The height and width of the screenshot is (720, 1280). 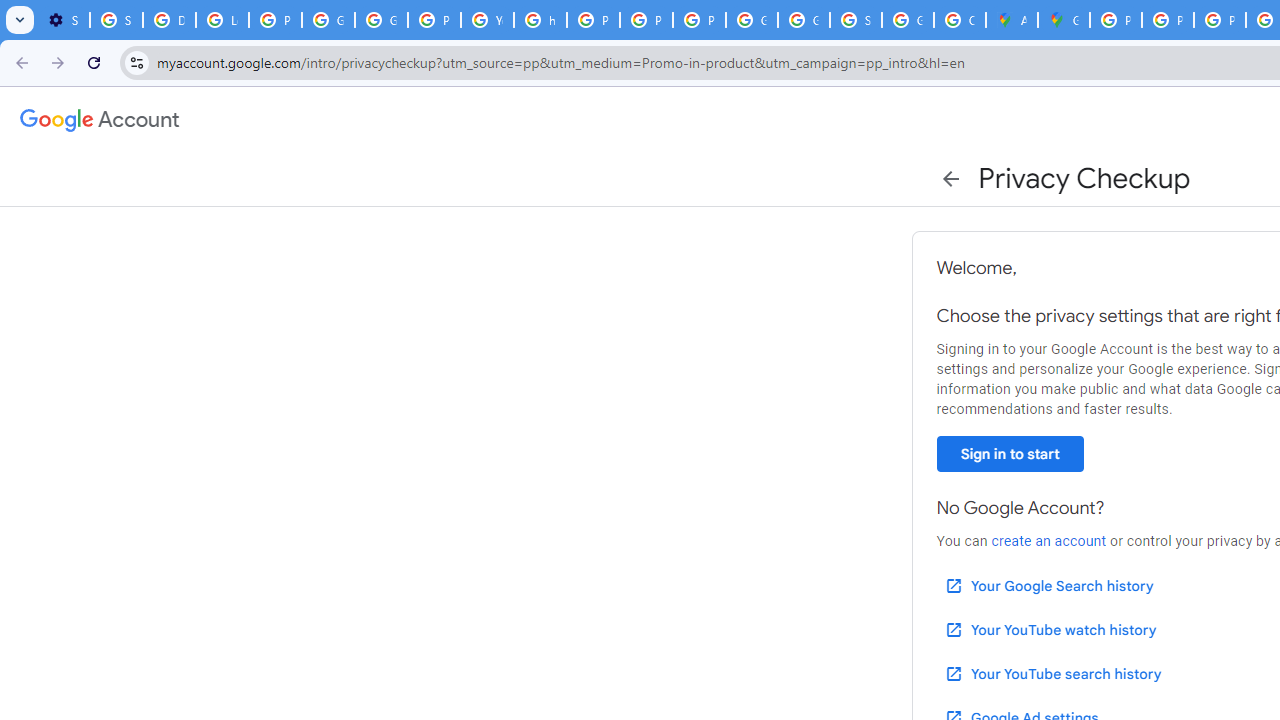 I want to click on 'Your Google Search history', so click(x=1047, y=585).